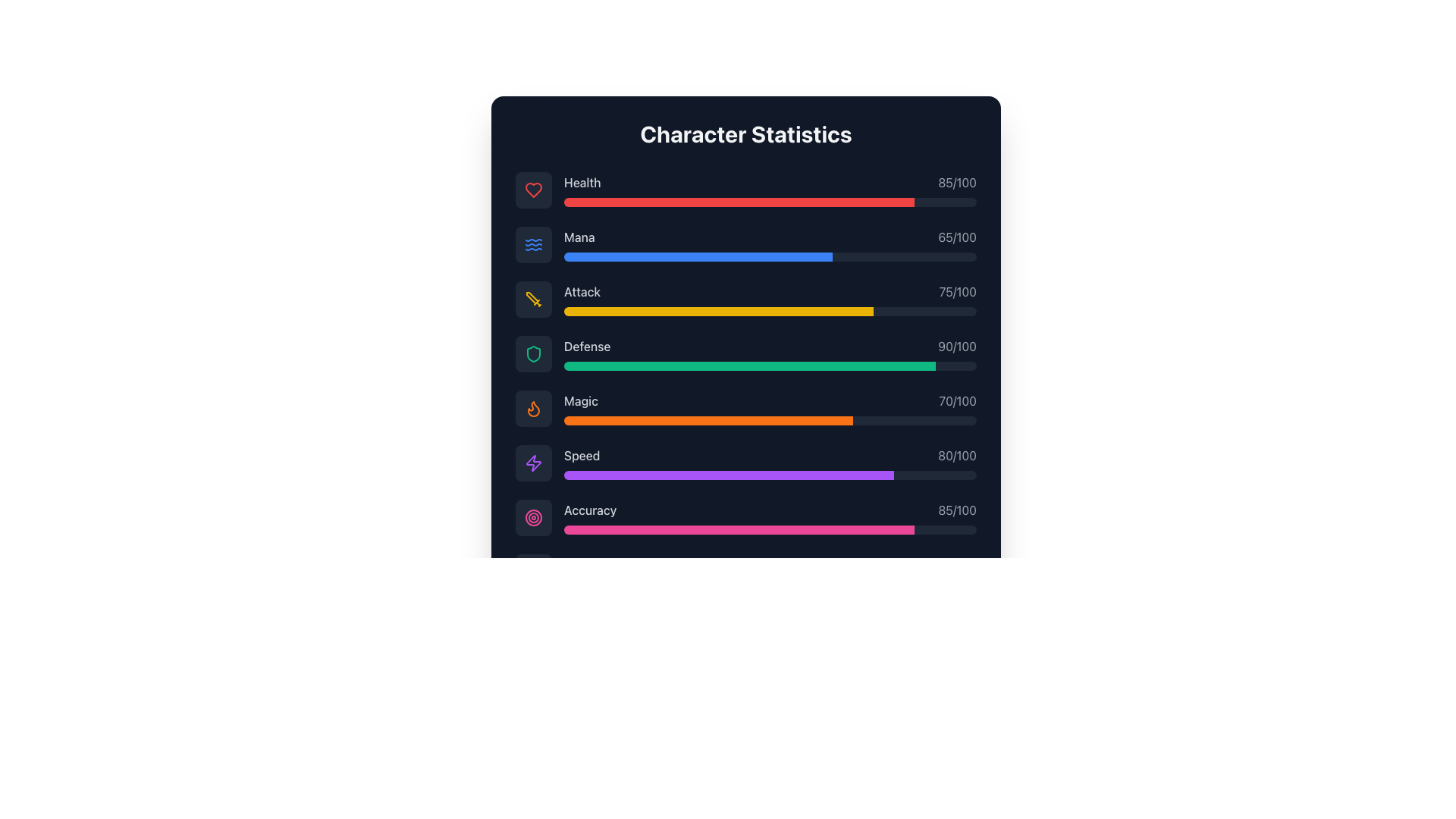  Describe the element at coordinates (586, 346) in the screenshot. I see `the 'Defense' text label in the character statistics interface, which is located in the fourth row of the statistics list, preceding 'Magic' and following 'Attack'` at that location.